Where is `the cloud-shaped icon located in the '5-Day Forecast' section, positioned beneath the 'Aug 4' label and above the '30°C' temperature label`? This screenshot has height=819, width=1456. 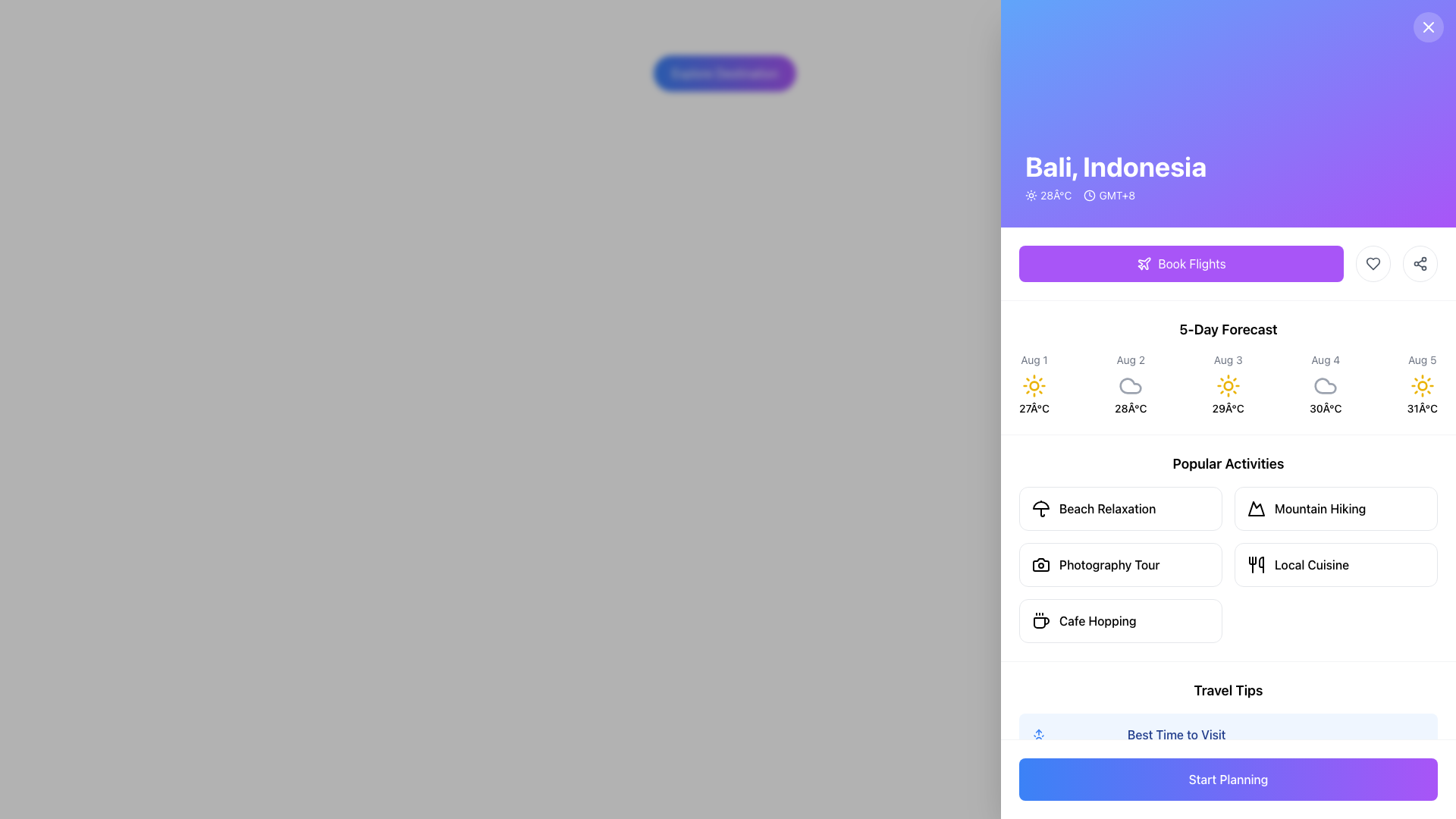 the cloud-shaped icon located in the '5-Day Forecast' section, positioned beneath the 'Aug 4' label and above the '30°C' temperature label is located at coordinates (1325, 385).